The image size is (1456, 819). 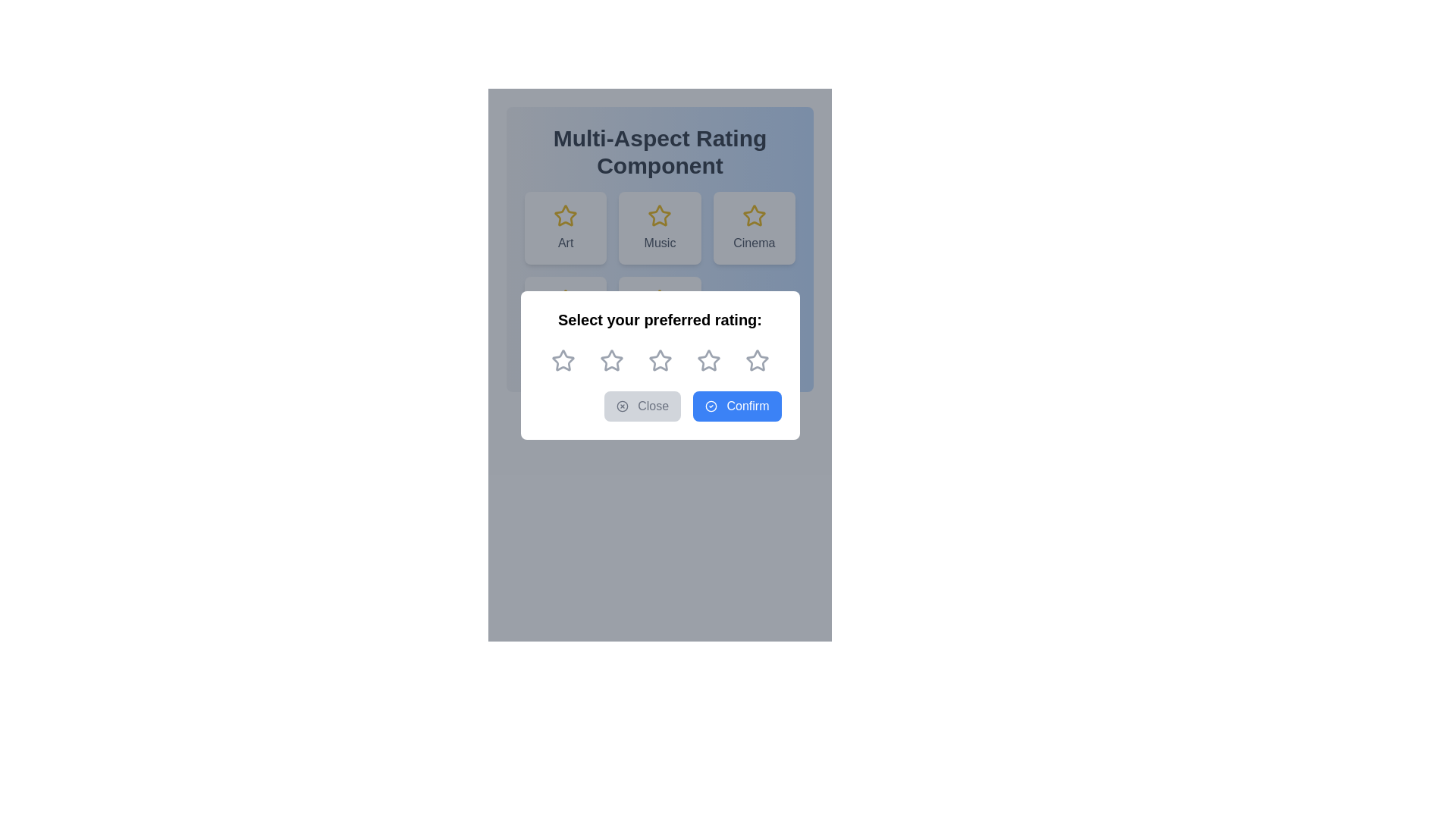 What do you see at coordinates (562, 359) in the screenshot?
I see `the first rating star, which is the leftmost star in a sequence of five stars under the heading 'Select your preferred rating:'` at bounding box center [562, 359].